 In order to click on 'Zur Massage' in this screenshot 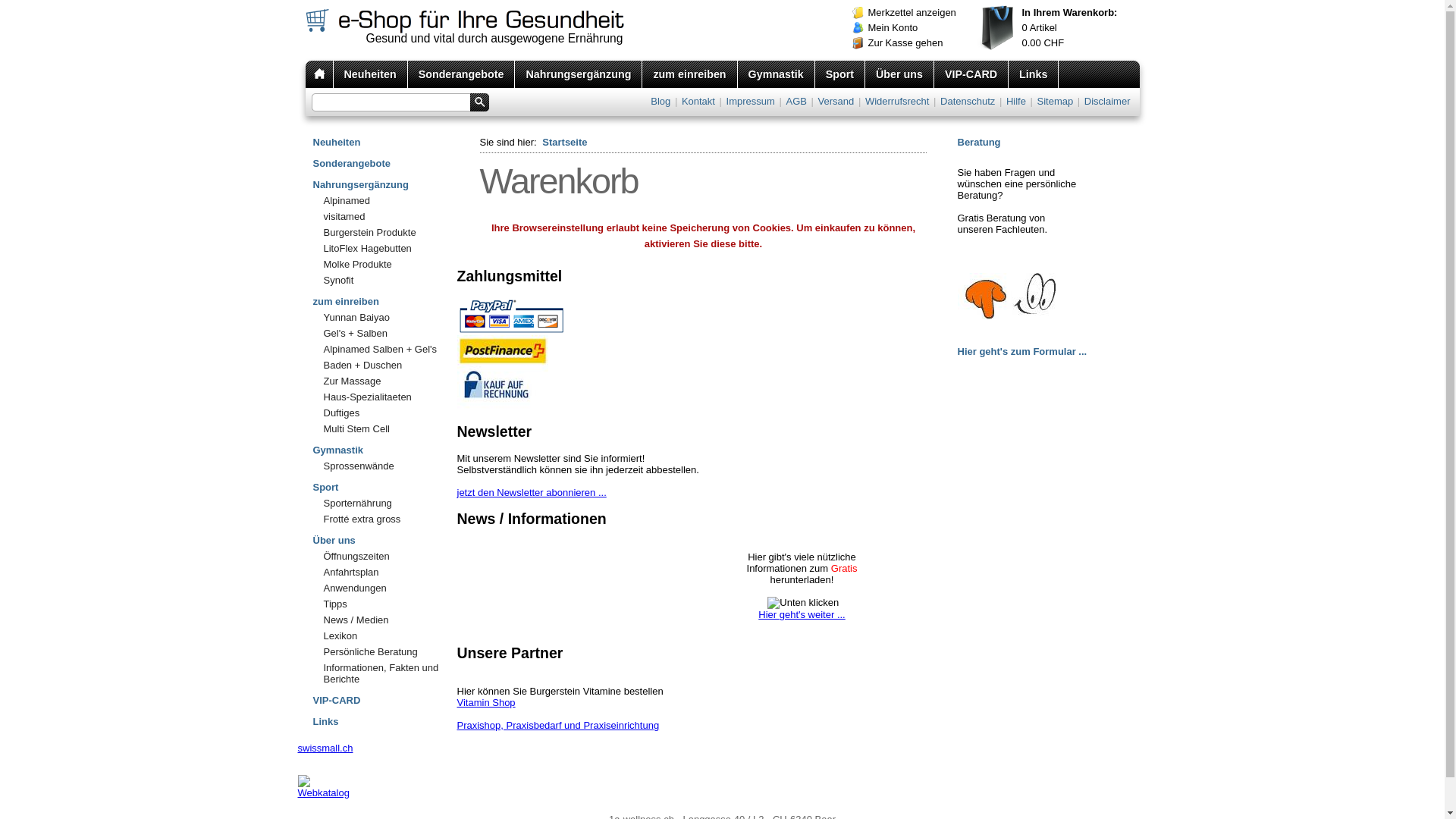, I will do `click(384, 380)`.